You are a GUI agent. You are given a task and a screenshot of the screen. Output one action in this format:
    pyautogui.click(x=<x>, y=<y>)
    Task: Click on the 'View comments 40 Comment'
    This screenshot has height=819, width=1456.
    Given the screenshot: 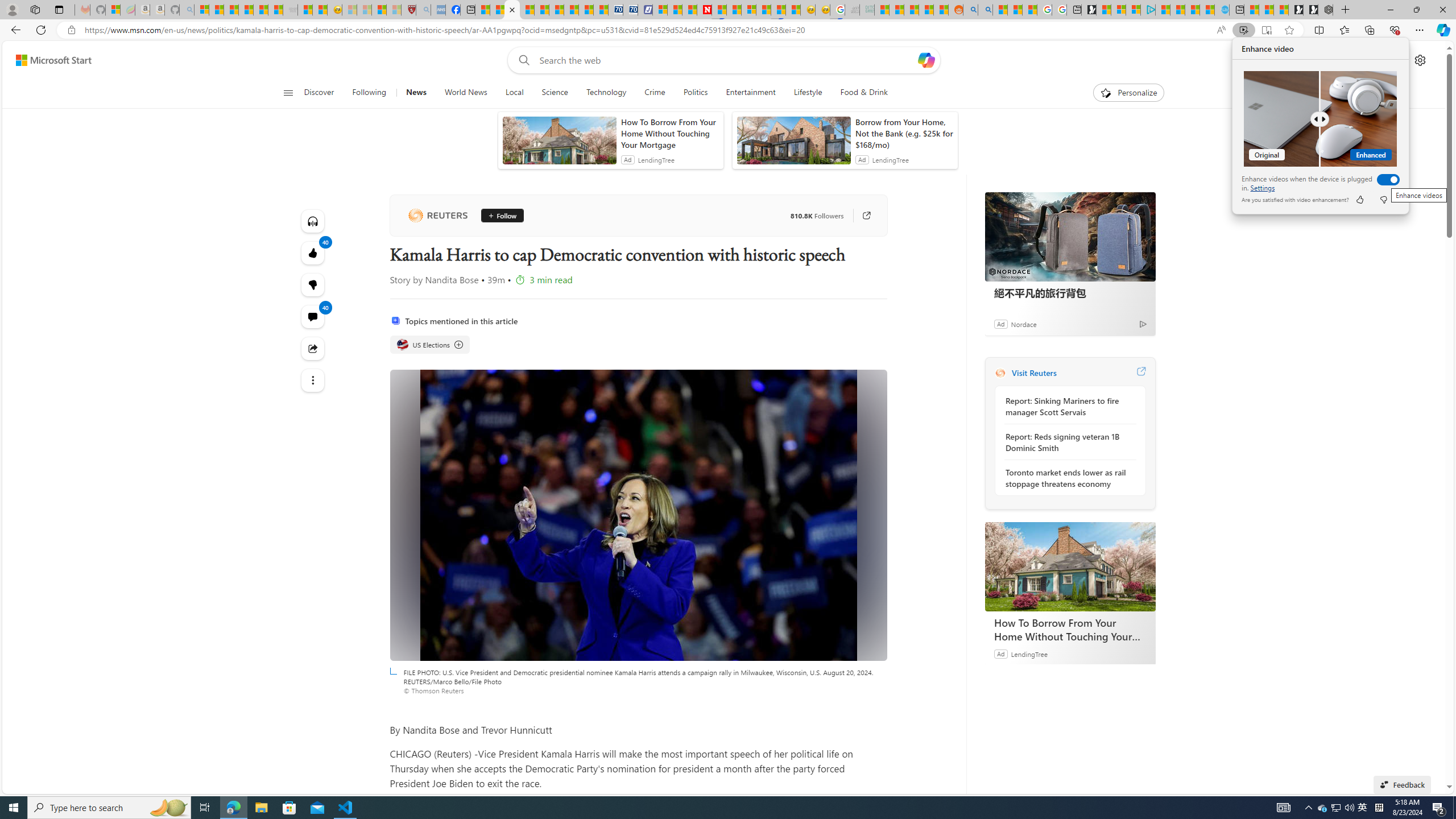 What is the action you would take?
    pyautogui.click(x=313, y=316)
    